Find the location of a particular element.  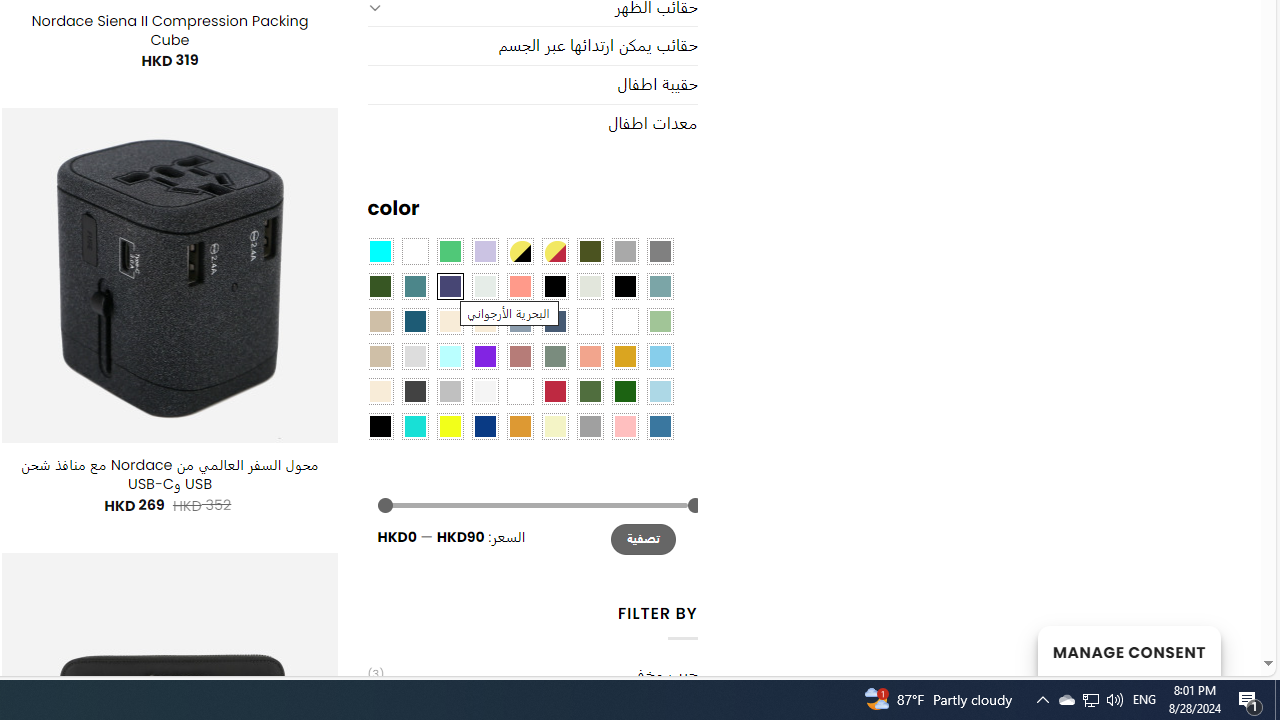

'Mint' is located at coordinates (448, 354).